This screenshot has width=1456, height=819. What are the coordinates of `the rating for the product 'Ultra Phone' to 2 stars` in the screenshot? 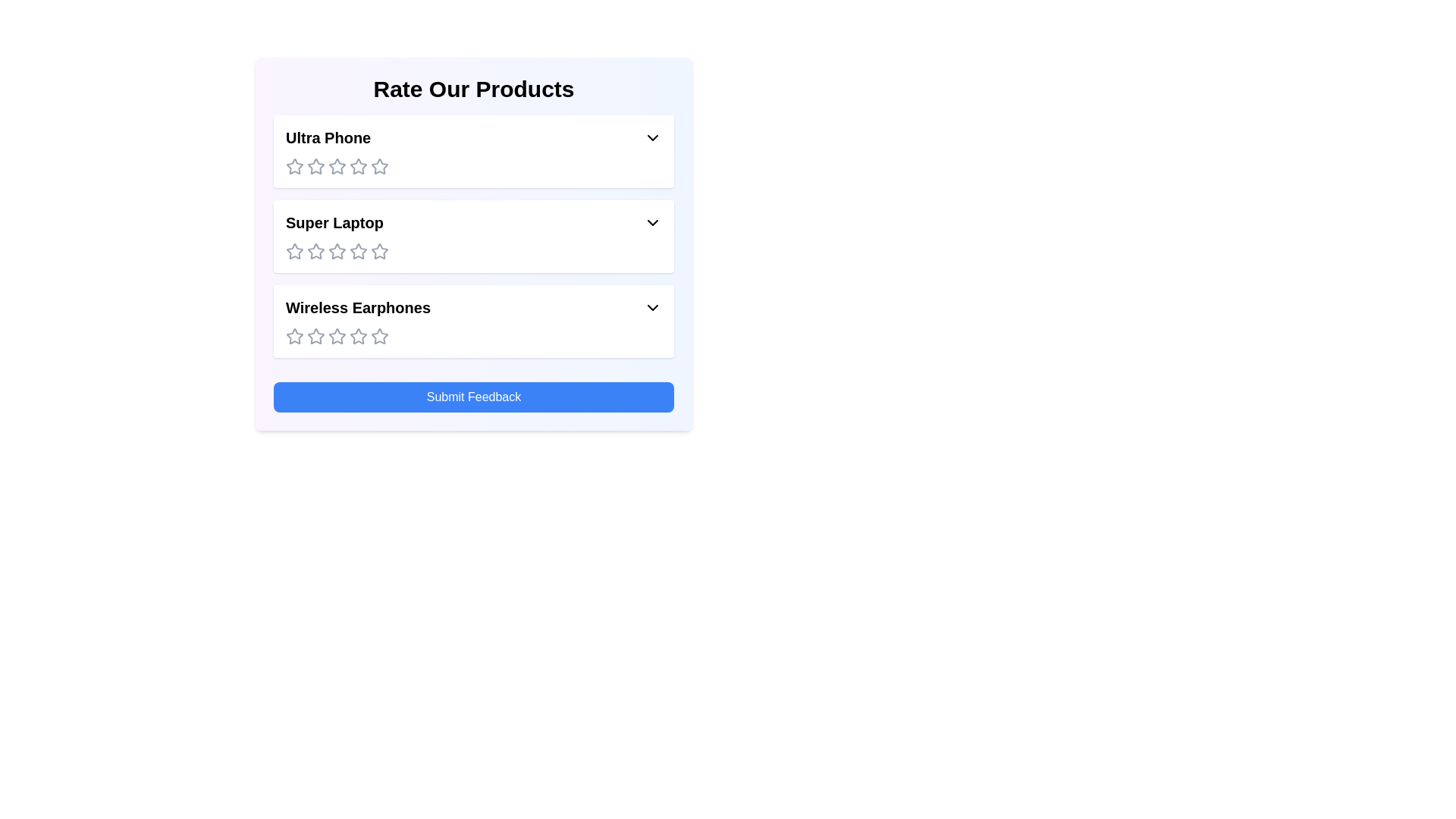 It's located at (315, 166).